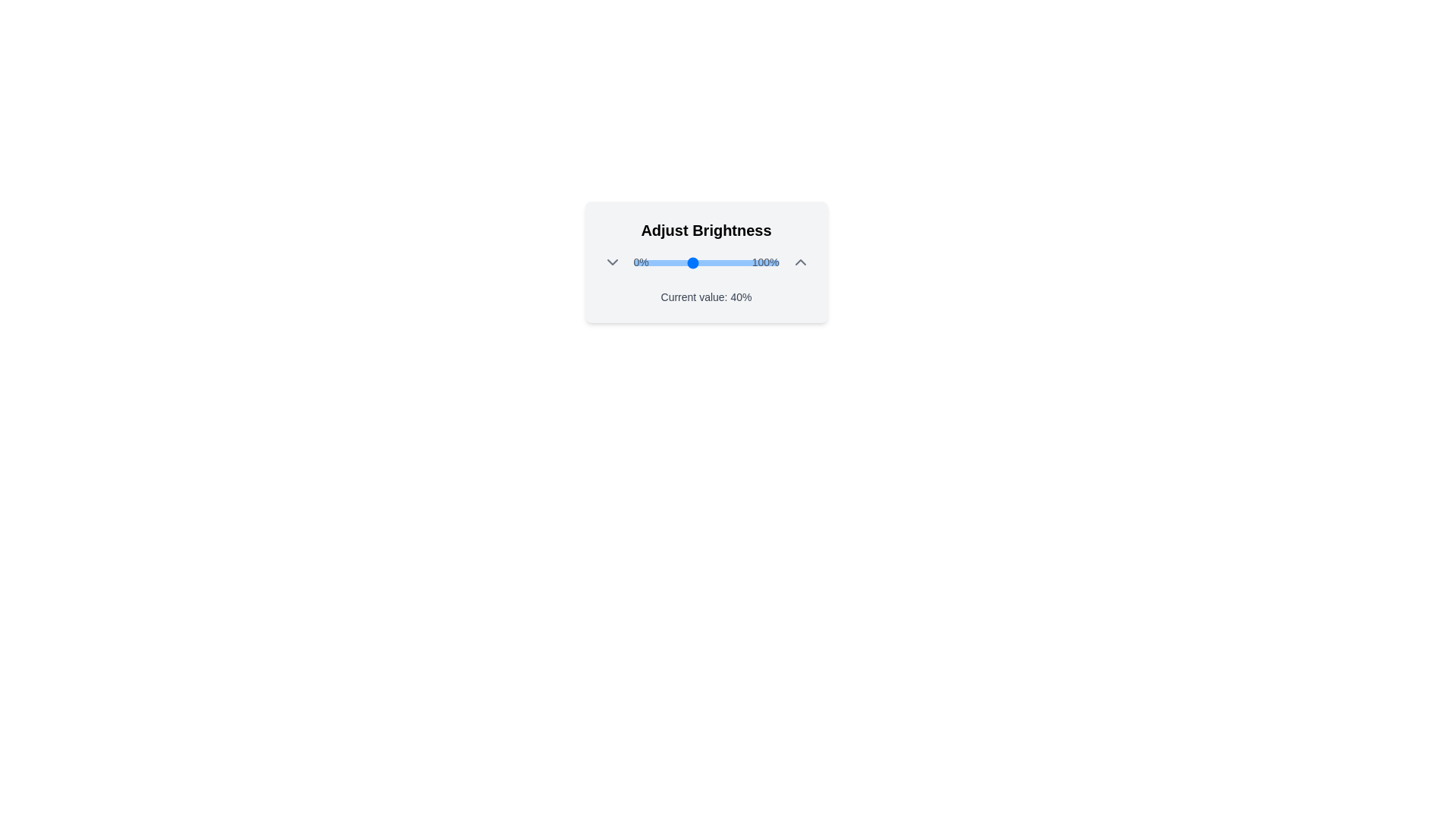 Image resolution: width=1456 pixels, height=819 pixels. What do you see at coordinates (701, 262) in the screenshot?
I see `brightness` at bounding box center [701, 262].